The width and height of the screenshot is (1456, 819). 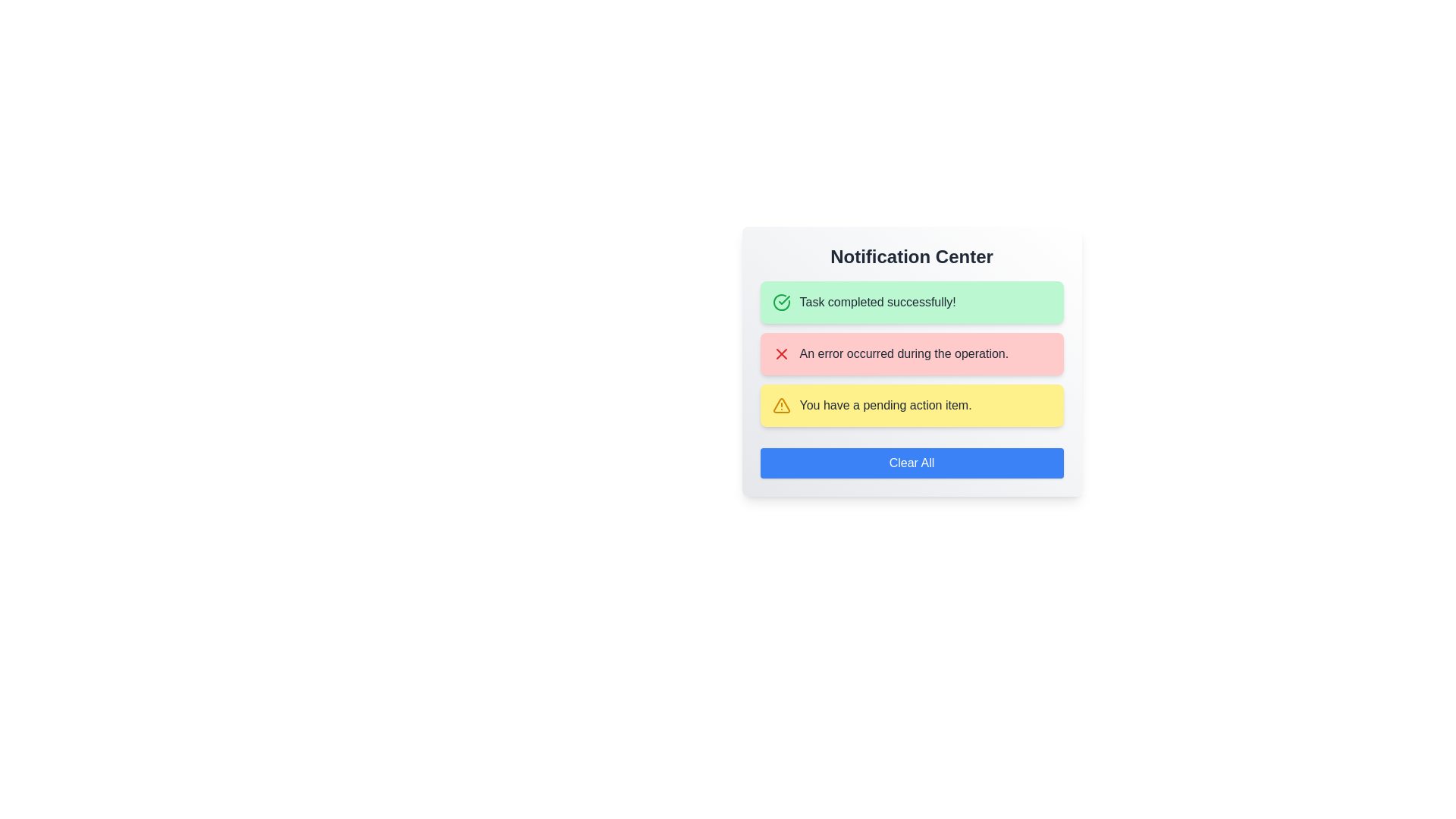 I want to click on the 'Clear All' button, which is a rectangular button with a bold blue background and white text, located at the bottom of the 'Notification Center', so click(x=911, y=462).